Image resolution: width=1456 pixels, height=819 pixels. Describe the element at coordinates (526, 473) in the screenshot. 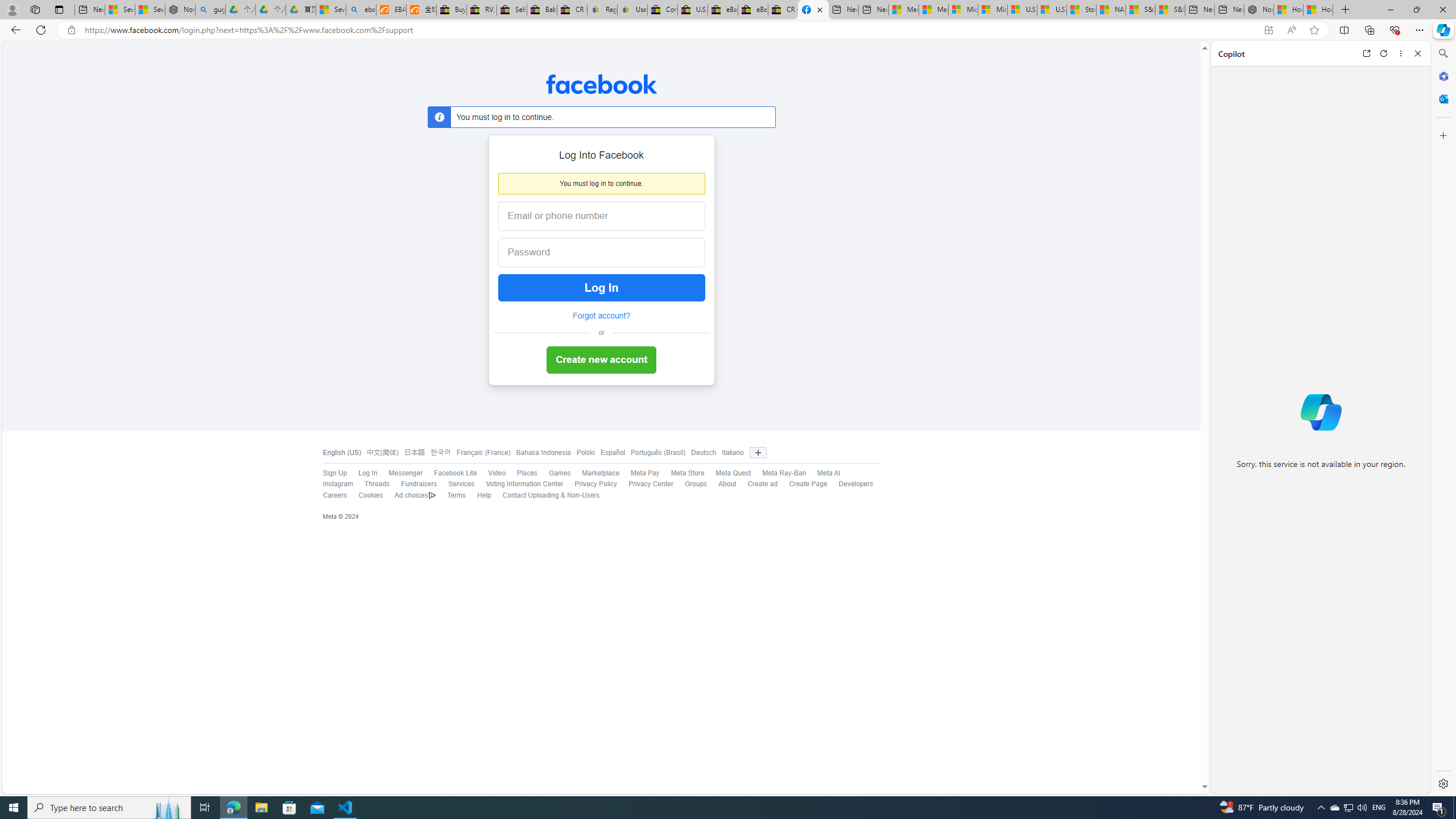

I see `'Places'` at that location.